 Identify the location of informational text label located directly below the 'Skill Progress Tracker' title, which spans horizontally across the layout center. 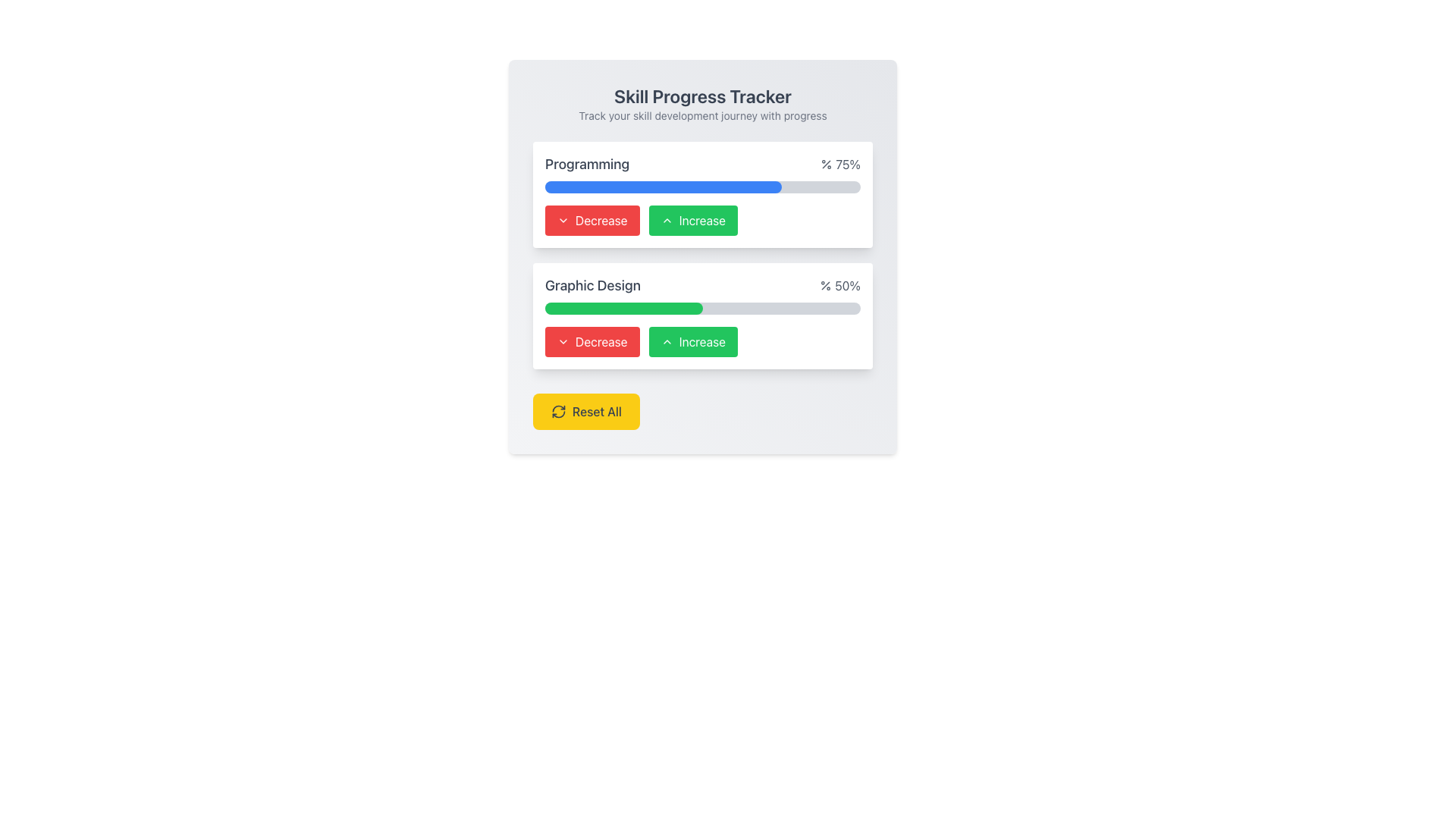
(701, 115).